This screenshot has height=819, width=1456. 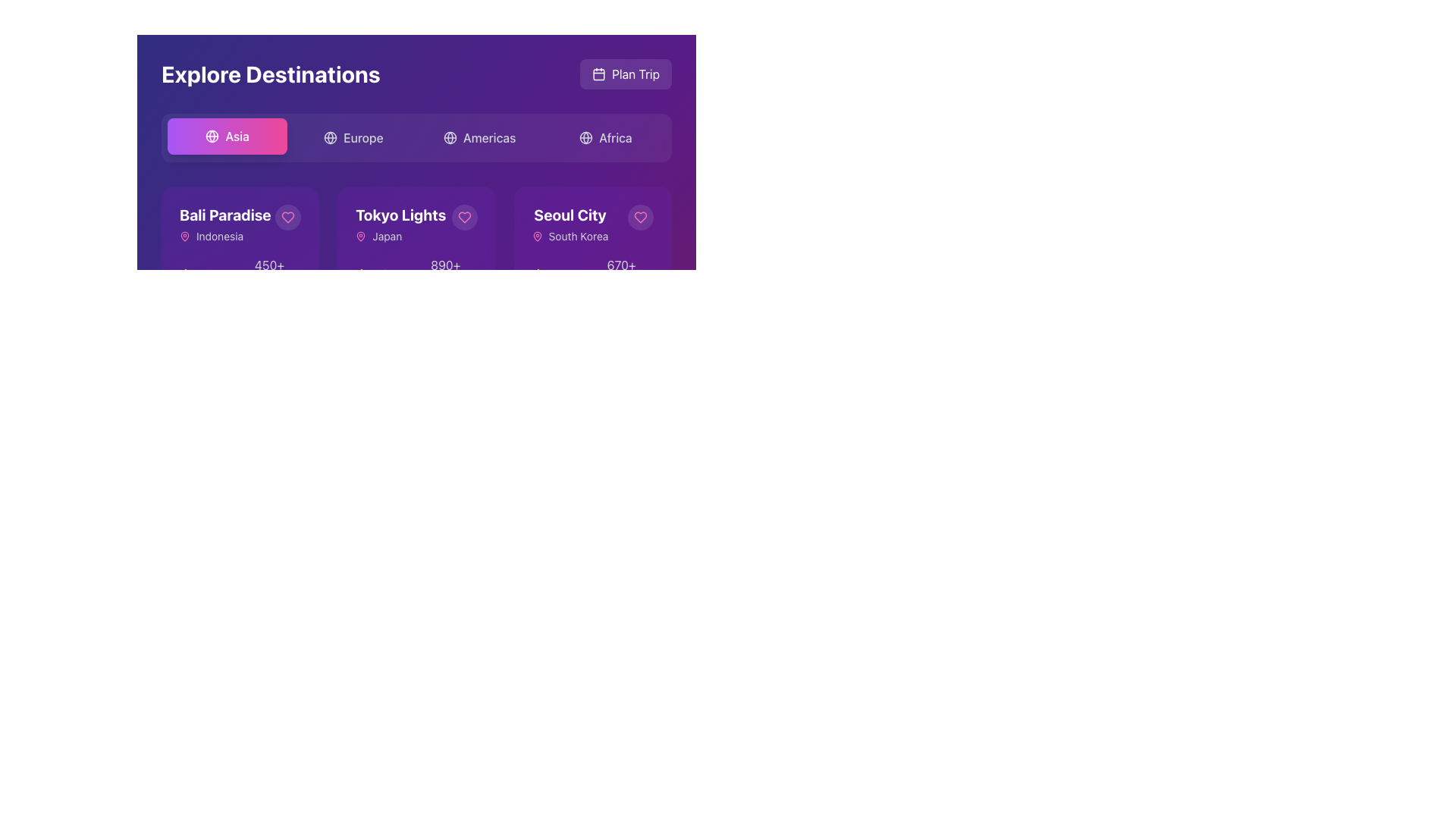 I want to click on the pink map pin icon located next to the text 'Japan' in the 'Tokyo Lights' section of the Explore Destinations area, so click(x=360, y=237).